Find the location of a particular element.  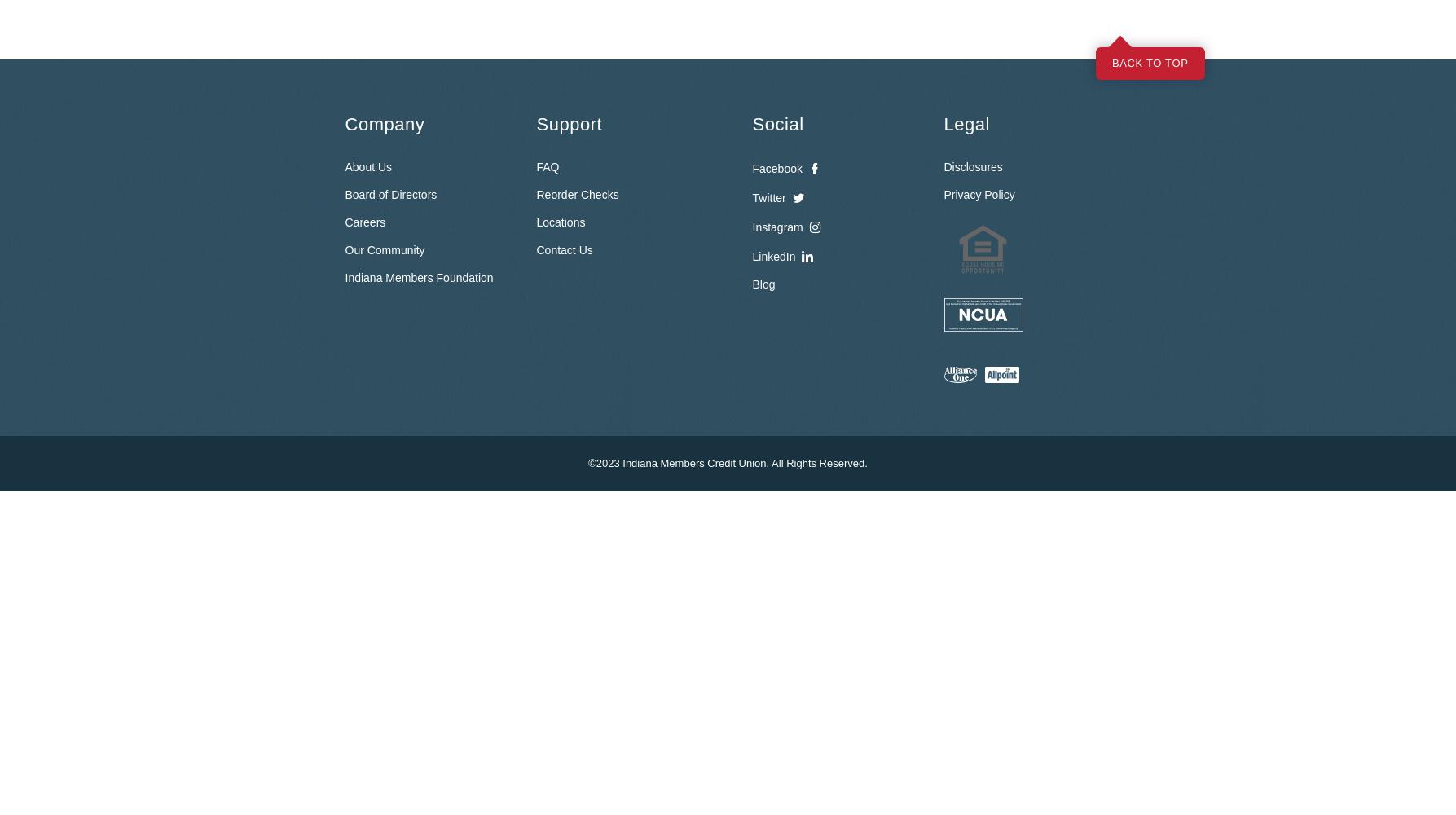

'Contact Us' is located at coordinates (563, 249).